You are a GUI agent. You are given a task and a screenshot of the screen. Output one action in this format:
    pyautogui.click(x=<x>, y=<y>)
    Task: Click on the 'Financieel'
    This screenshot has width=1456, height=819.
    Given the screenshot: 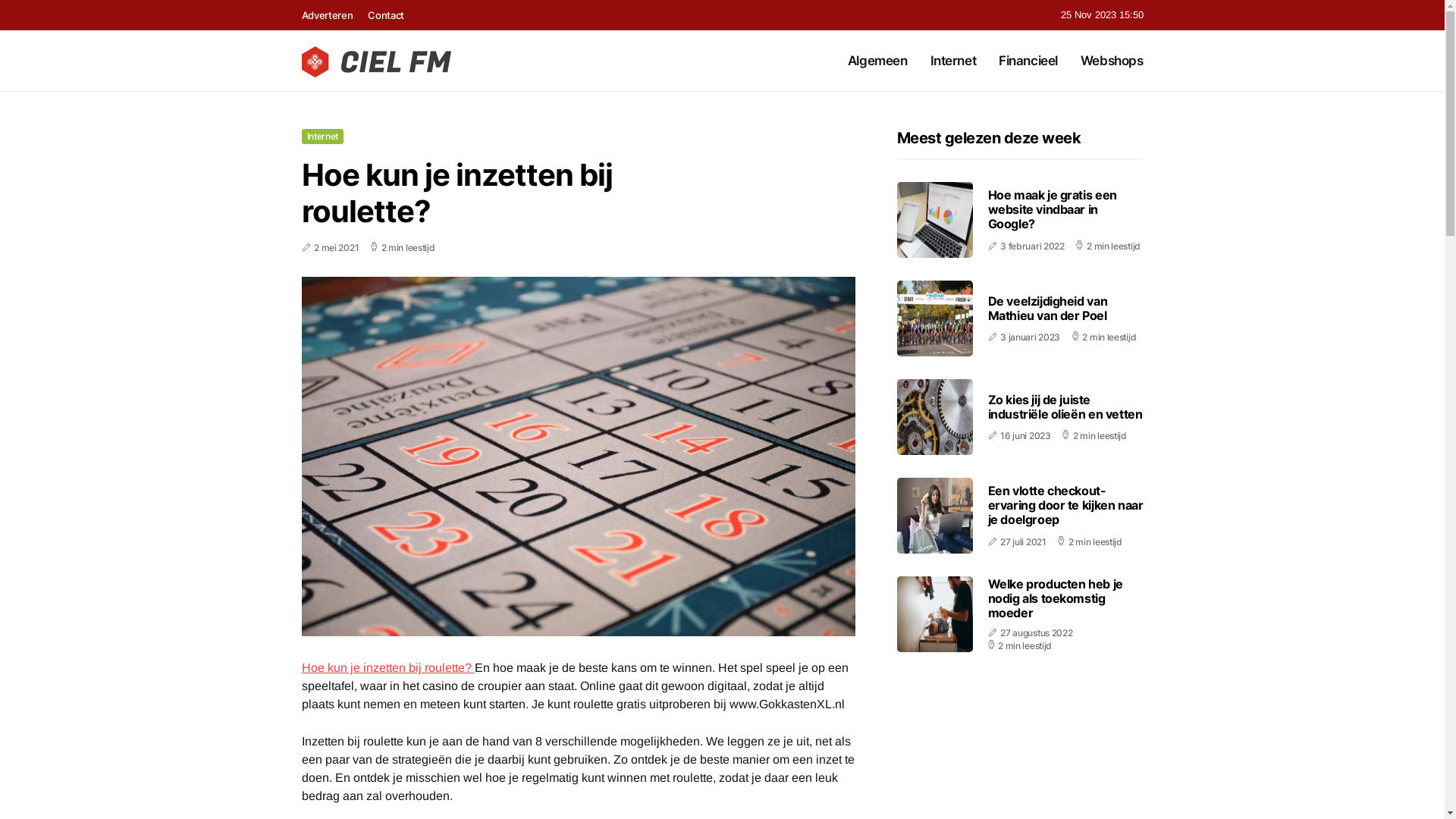 What is the action you would take?
    pyautogui.click(x=998, y=60)
    